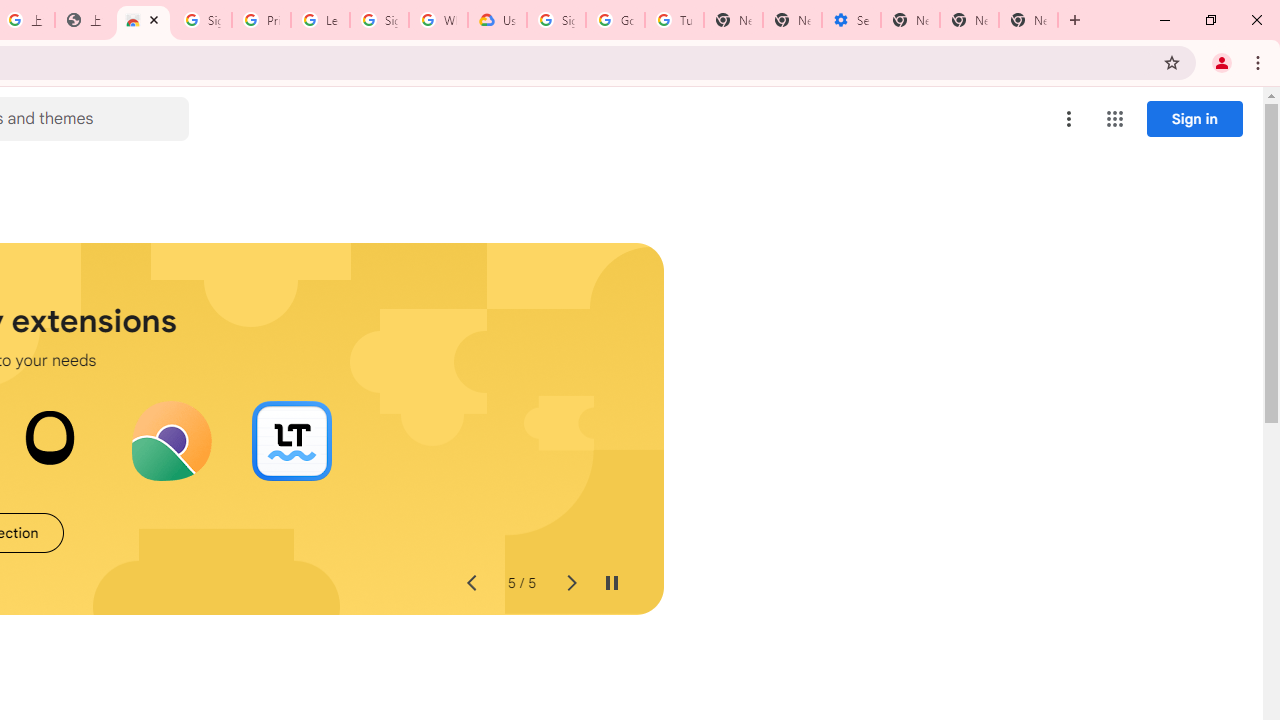 Image resolution: width=1280 pixels, height=720 pixels. Describe the element at coordinates (1068, 119) in the screenshot. I see `'More options menu'` at that location.